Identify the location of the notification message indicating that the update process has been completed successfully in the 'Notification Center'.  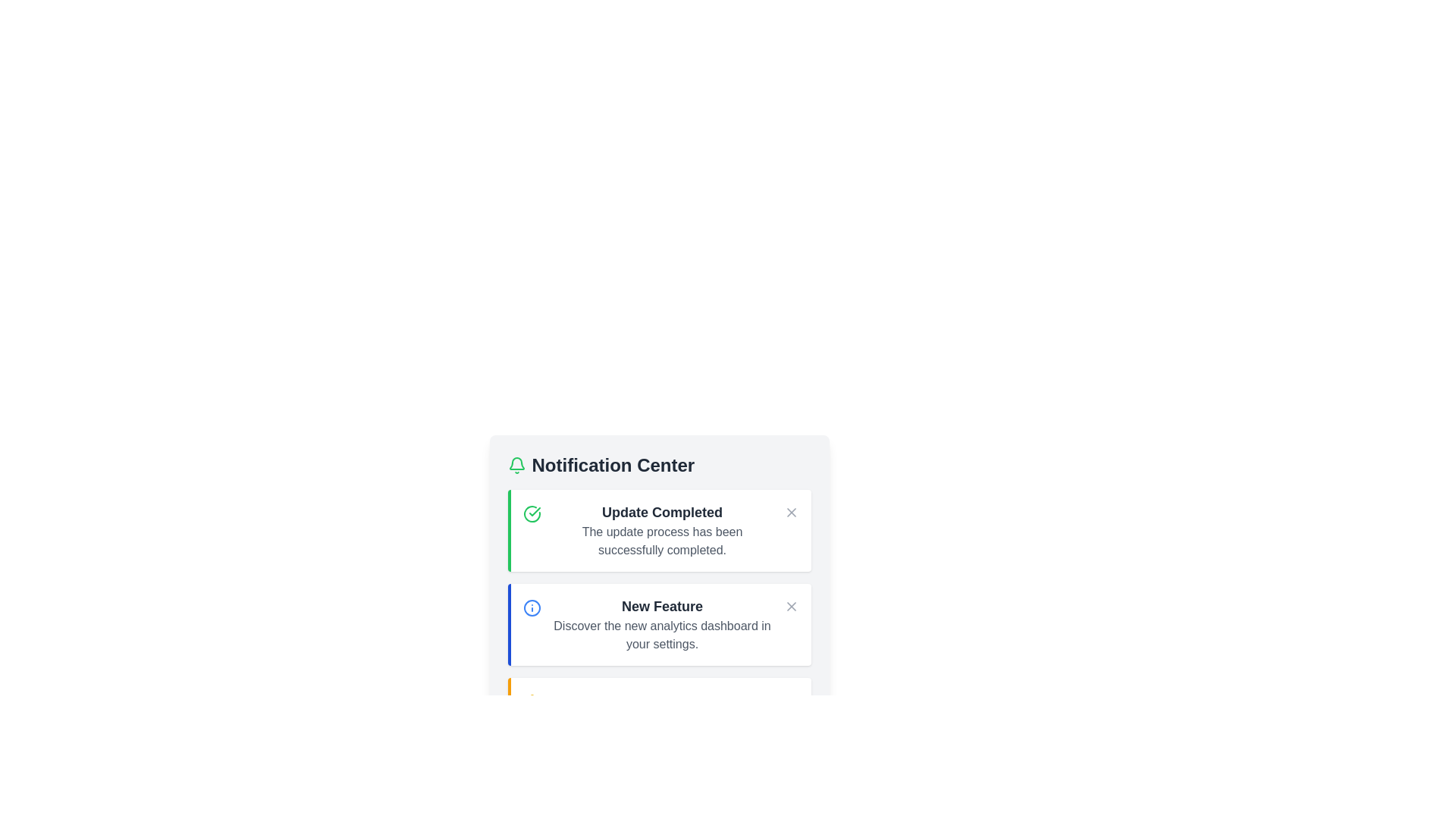
(662, 529).